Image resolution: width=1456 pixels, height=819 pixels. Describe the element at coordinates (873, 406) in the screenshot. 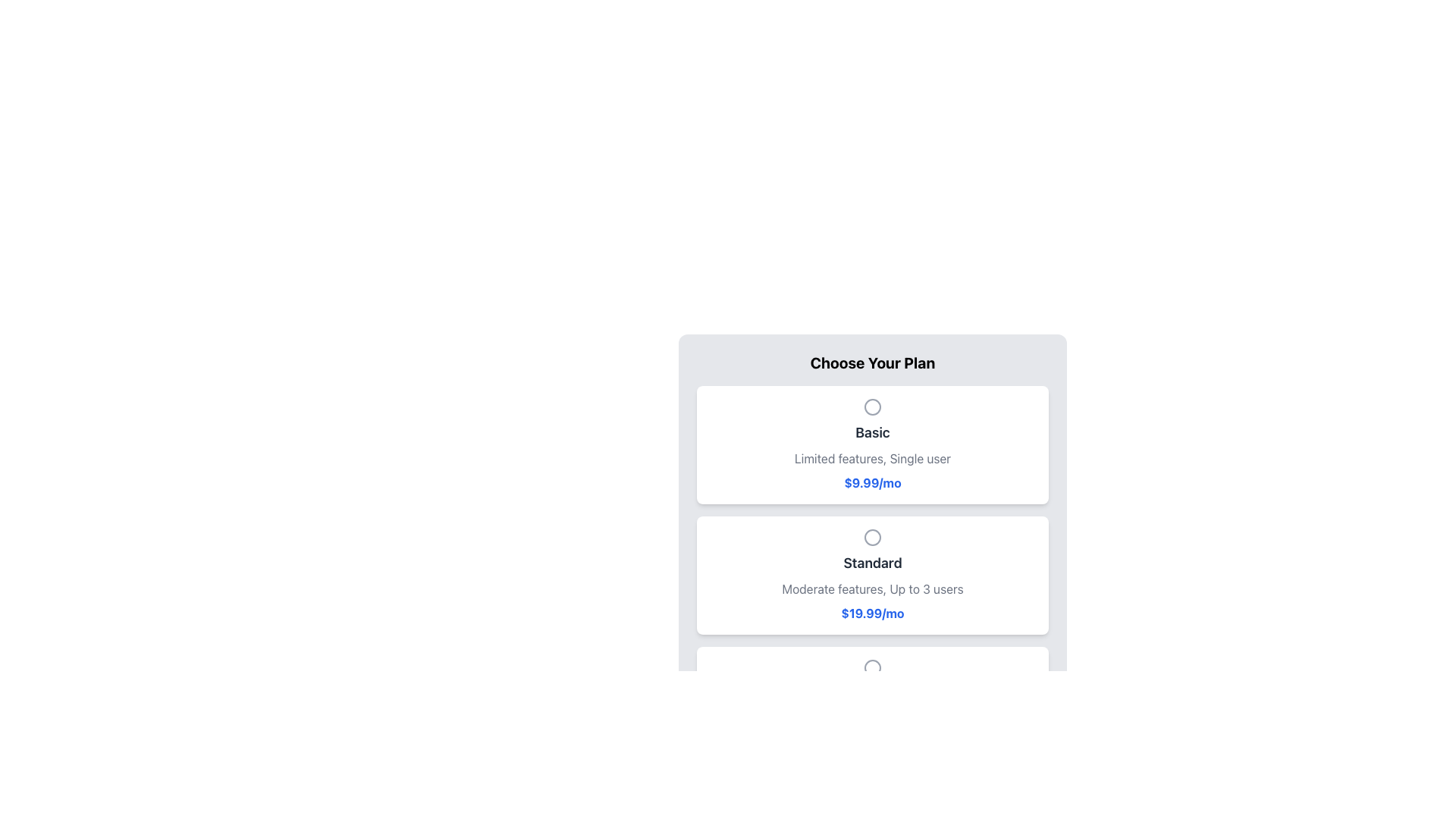

I see `the circular shape element with a thin, smooth outline, located above the 'Basic' plan section of the pricing options panel` at that location.